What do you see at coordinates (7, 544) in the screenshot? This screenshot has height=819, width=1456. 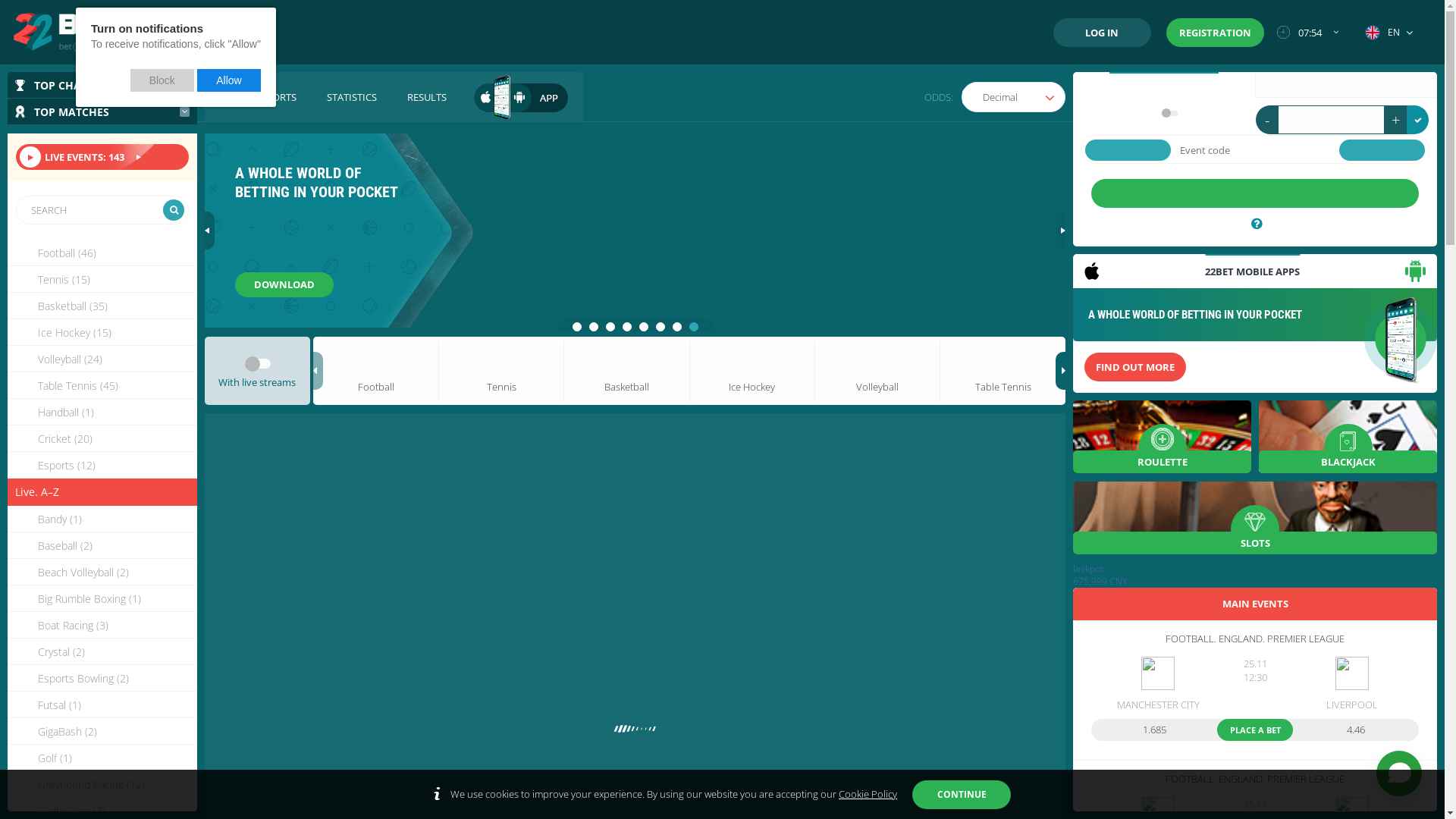 I see `'Baseball` at bounding box center [7, 544].